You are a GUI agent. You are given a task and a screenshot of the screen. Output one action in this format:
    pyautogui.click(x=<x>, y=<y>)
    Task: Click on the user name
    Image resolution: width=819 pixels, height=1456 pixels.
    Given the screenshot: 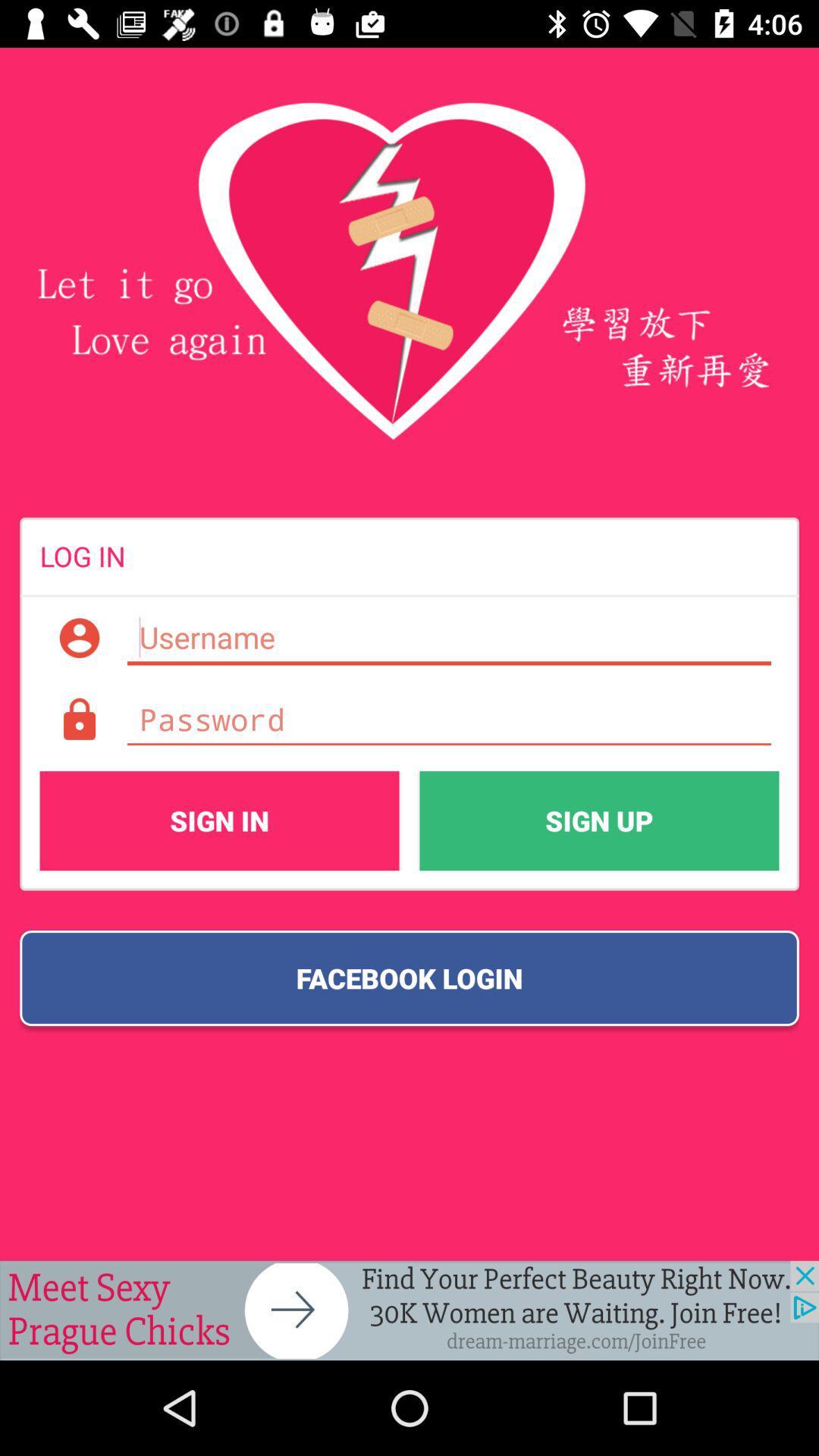 What is the action you would take?
    pyautogui.click(x=448, y=638)
    